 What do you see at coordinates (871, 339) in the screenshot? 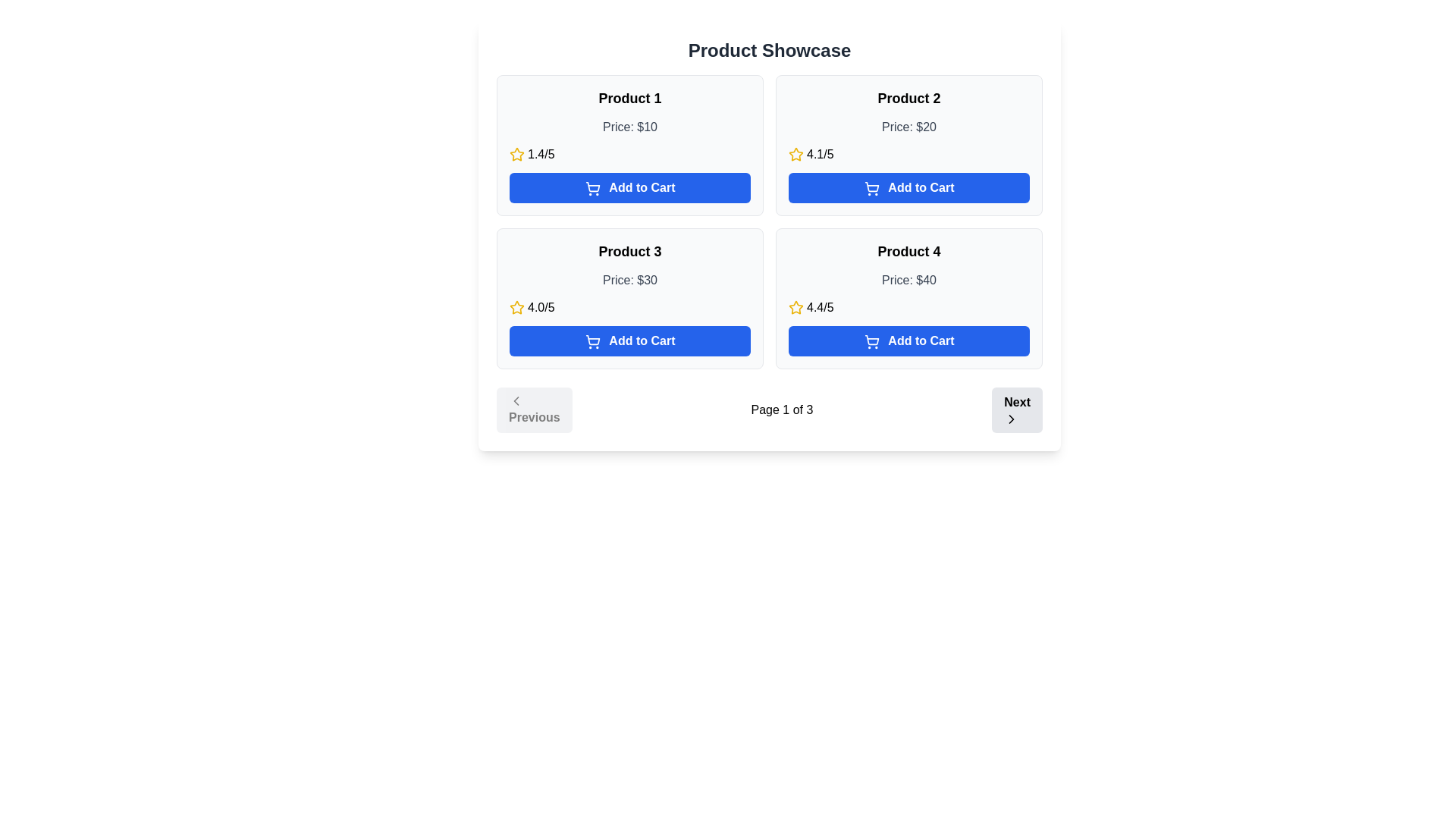
I see `the 'Add to Cart' vector graphic icon located at the bottom-right corner of the 'Product 4' card, which visually represents the 'Add to Cart' functionality` at bounding box center [871, 339].